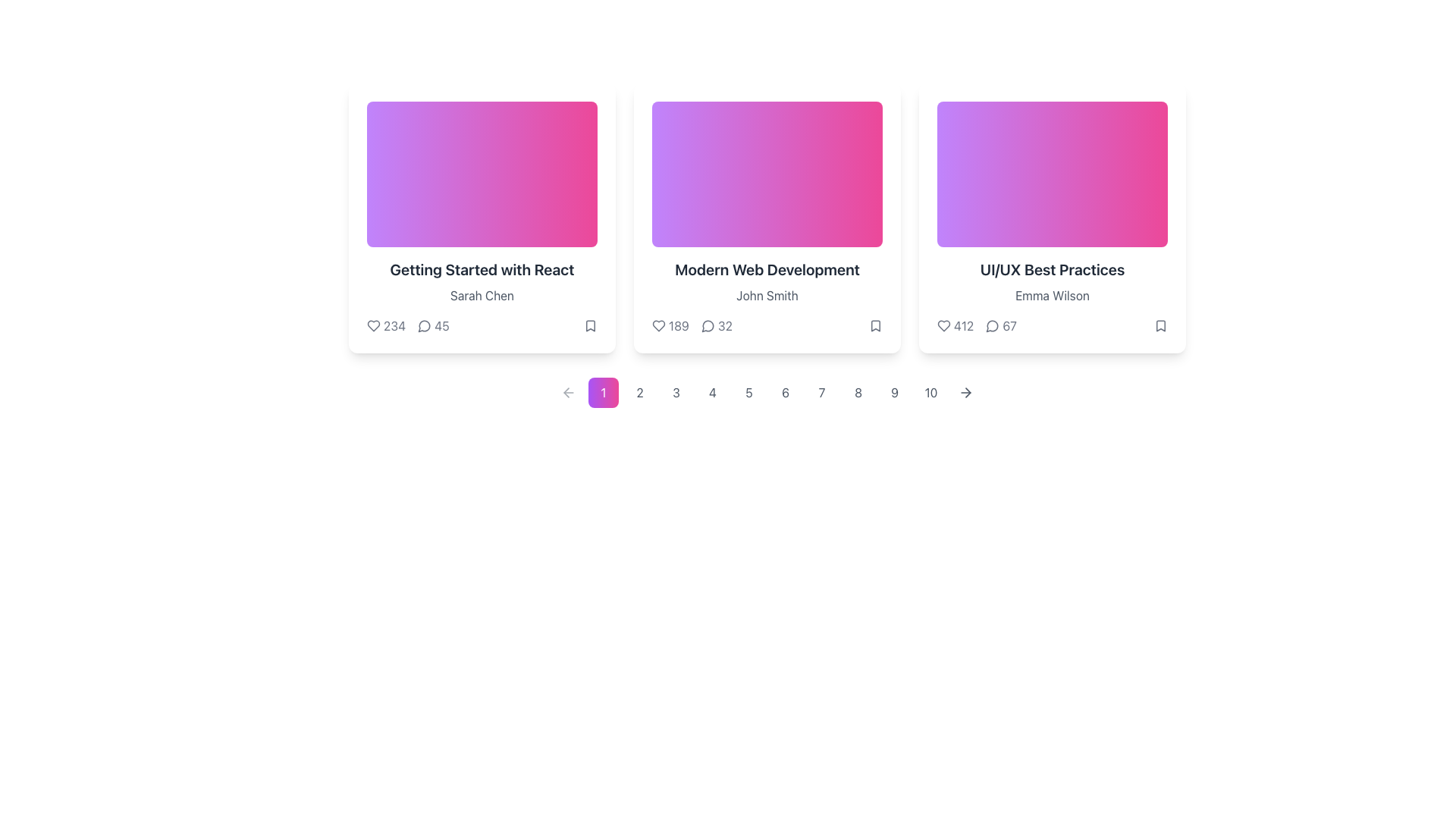 This screenshot has width=1456, height=819. I want to click on the first button in the sequence, which is a square button with rounded corners, styled with a gradient from purple to pink and displaying the number '1' in white text, so click(603, 391).